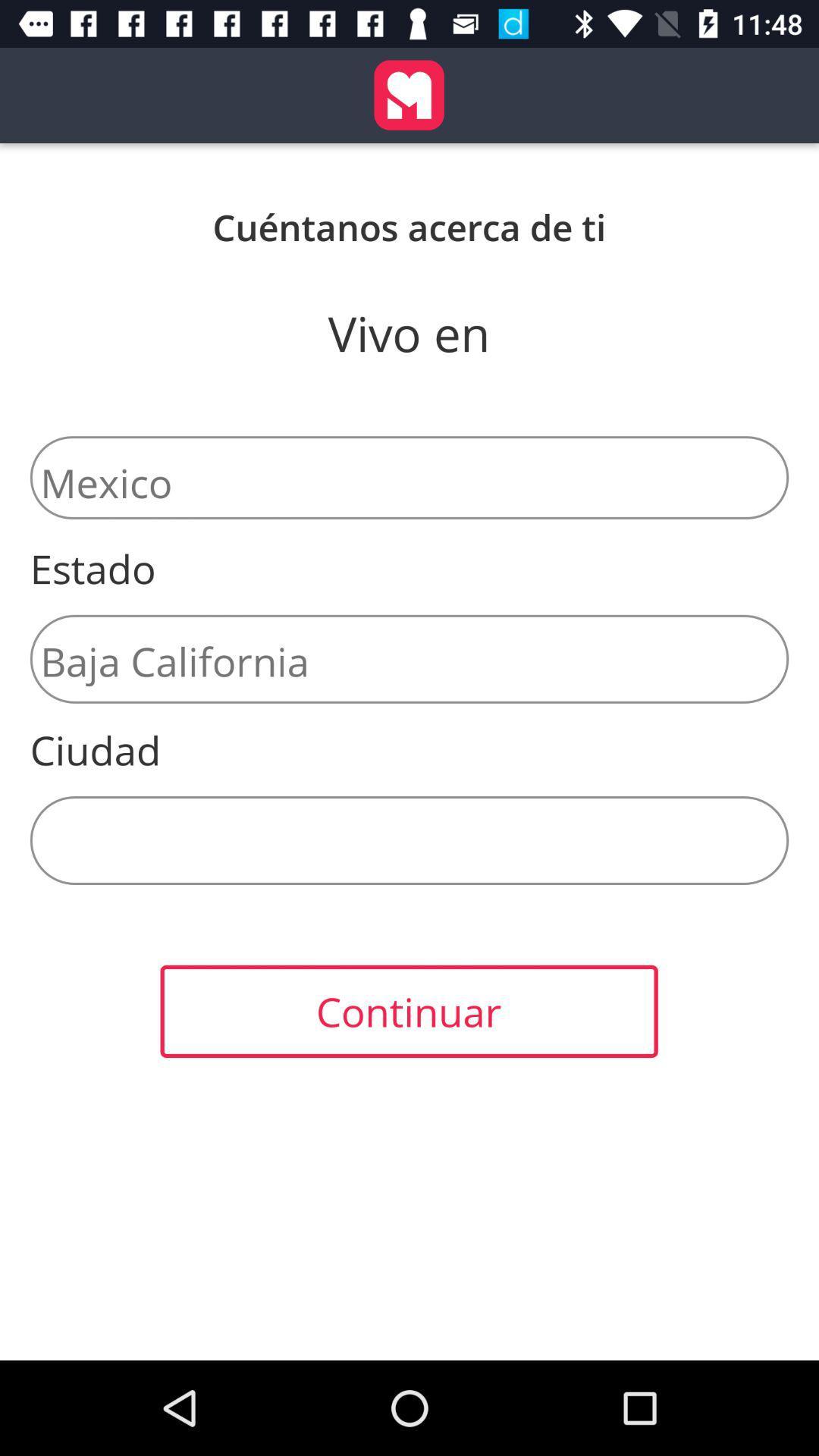 Image resolution: width=819 pixels, height=1456 pixels. Describe the element at coordinates (409, 659) in the screenshot. I see `the item below estado item` at that location.